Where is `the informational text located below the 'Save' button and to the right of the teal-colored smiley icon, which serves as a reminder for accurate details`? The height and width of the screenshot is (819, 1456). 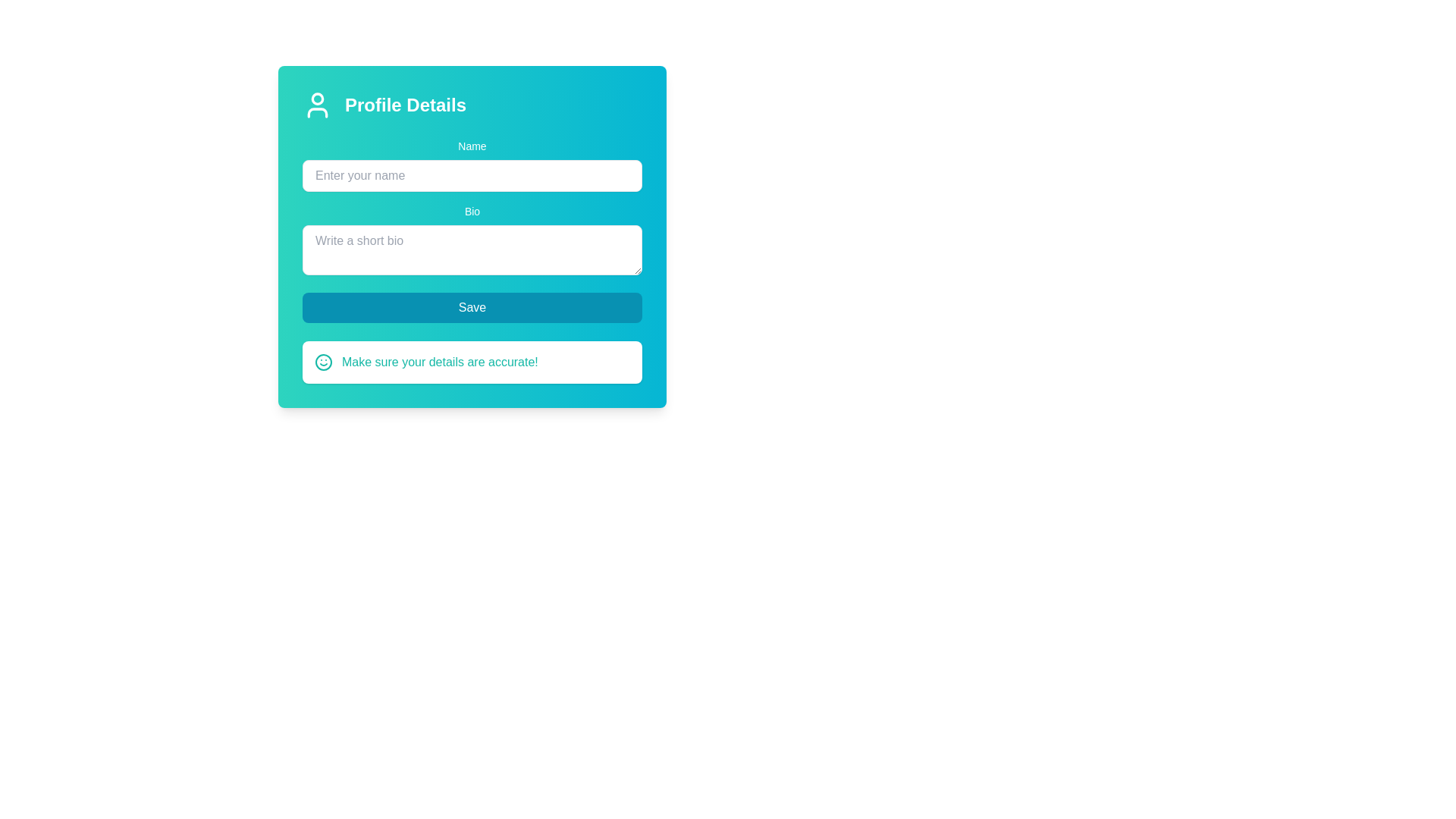 the informational text located below the 'Save' button and to the right of the teal-colored smiley icon, which serves as a reminder for accurate details is located at coordinates (439, 362).